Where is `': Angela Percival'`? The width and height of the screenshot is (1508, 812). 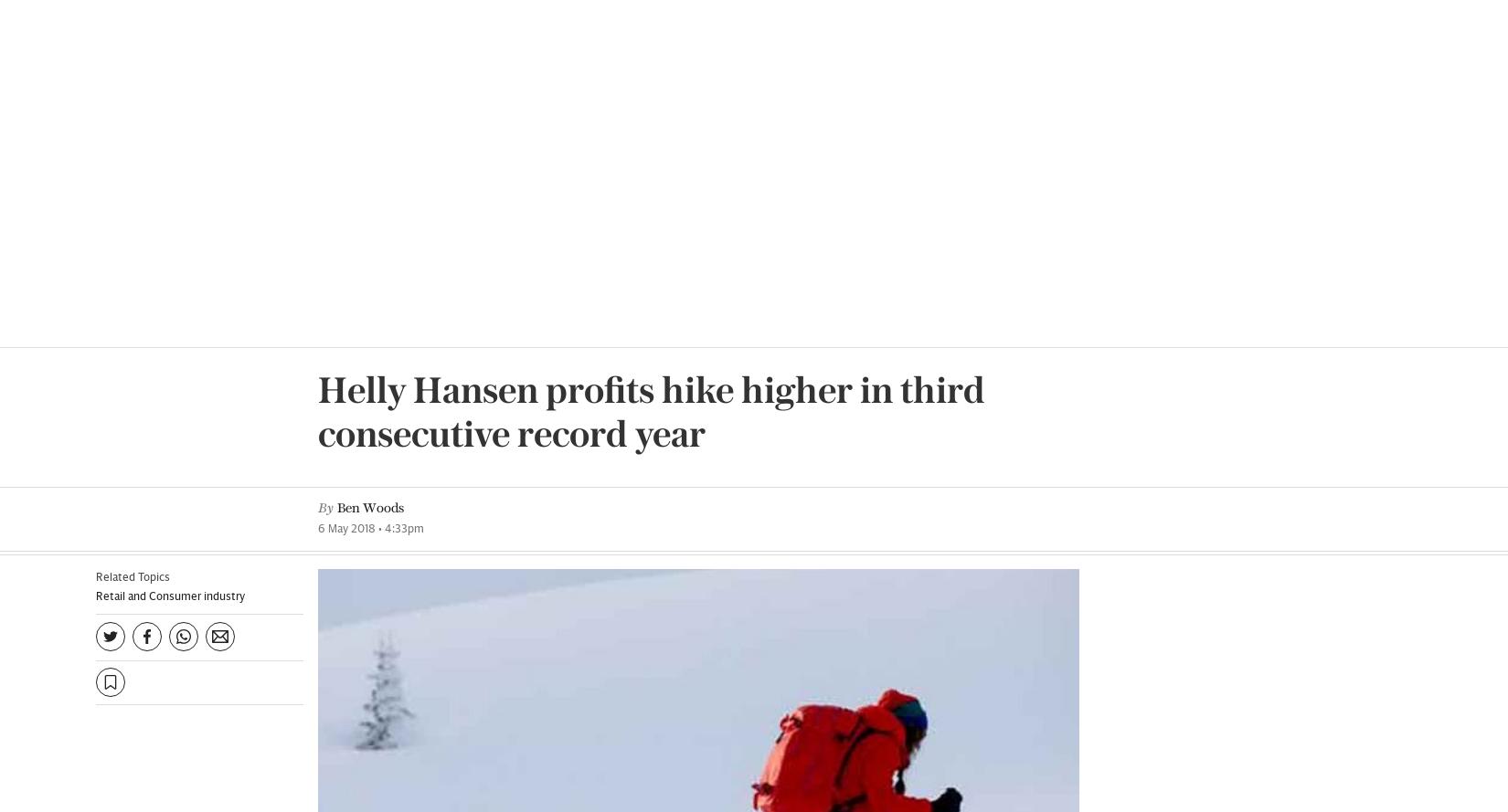 ': Angela Percival' is located at coordinates (907, 496).